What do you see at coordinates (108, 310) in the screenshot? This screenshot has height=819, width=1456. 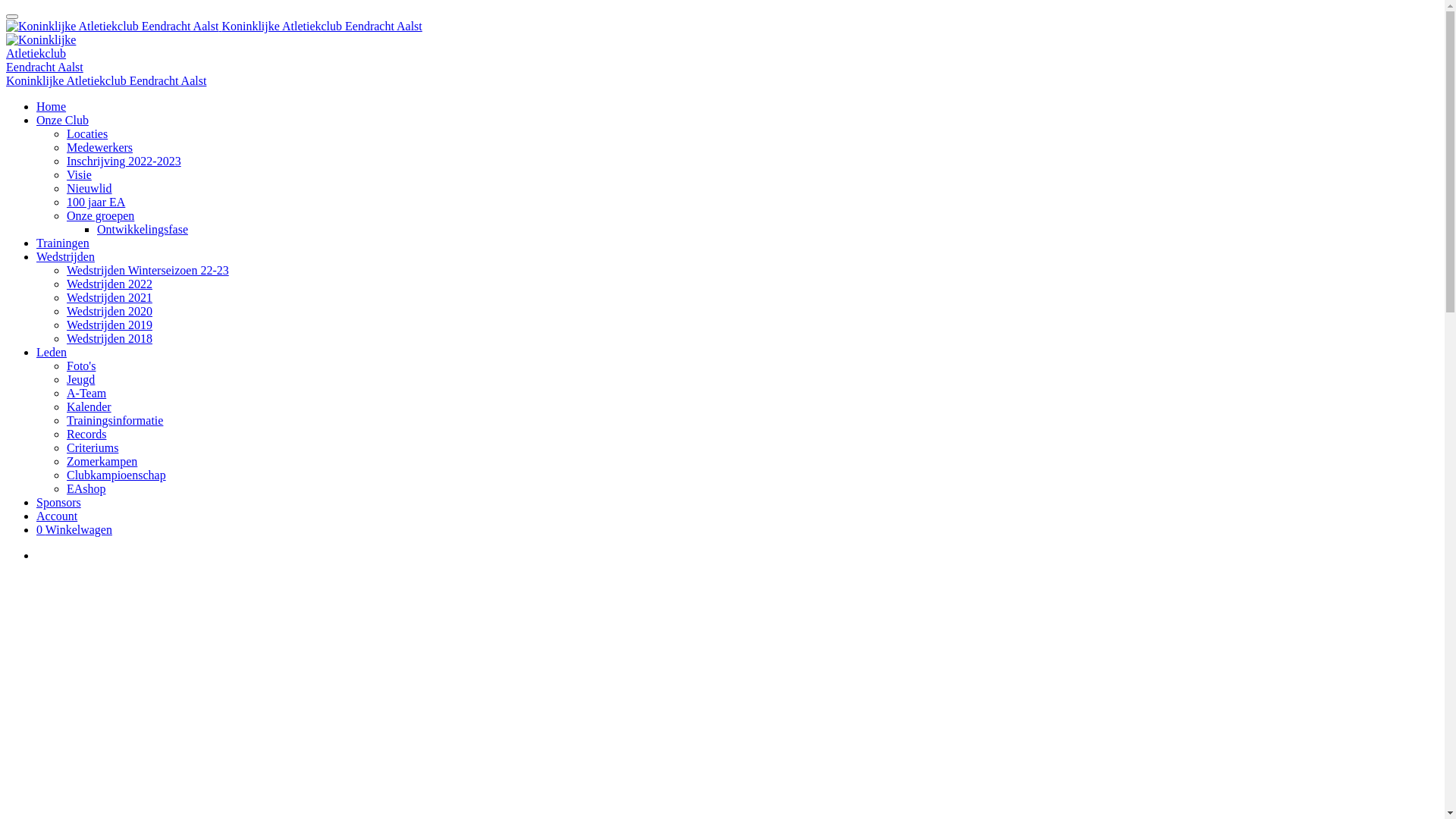 I see `'Wedstrijden 2020'` at bounding box center [108, 310].